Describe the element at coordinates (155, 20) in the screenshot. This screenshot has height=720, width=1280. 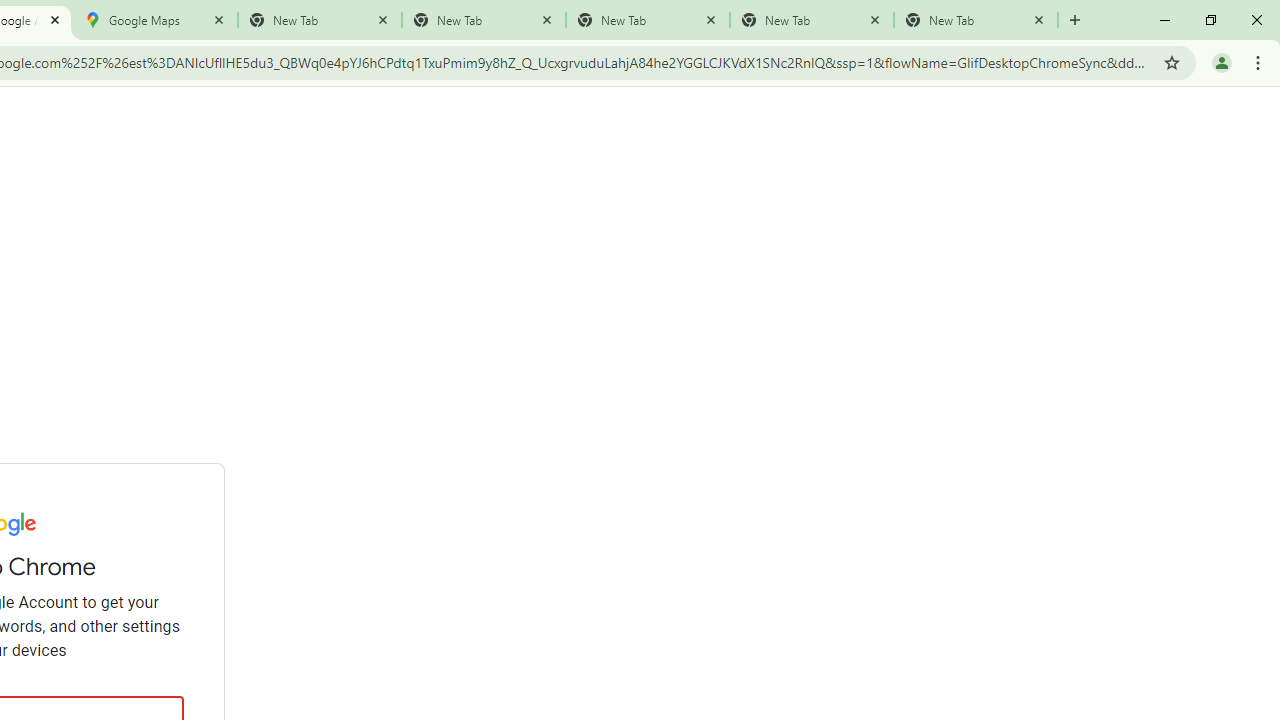
I see `'Google Maps'` at that location.